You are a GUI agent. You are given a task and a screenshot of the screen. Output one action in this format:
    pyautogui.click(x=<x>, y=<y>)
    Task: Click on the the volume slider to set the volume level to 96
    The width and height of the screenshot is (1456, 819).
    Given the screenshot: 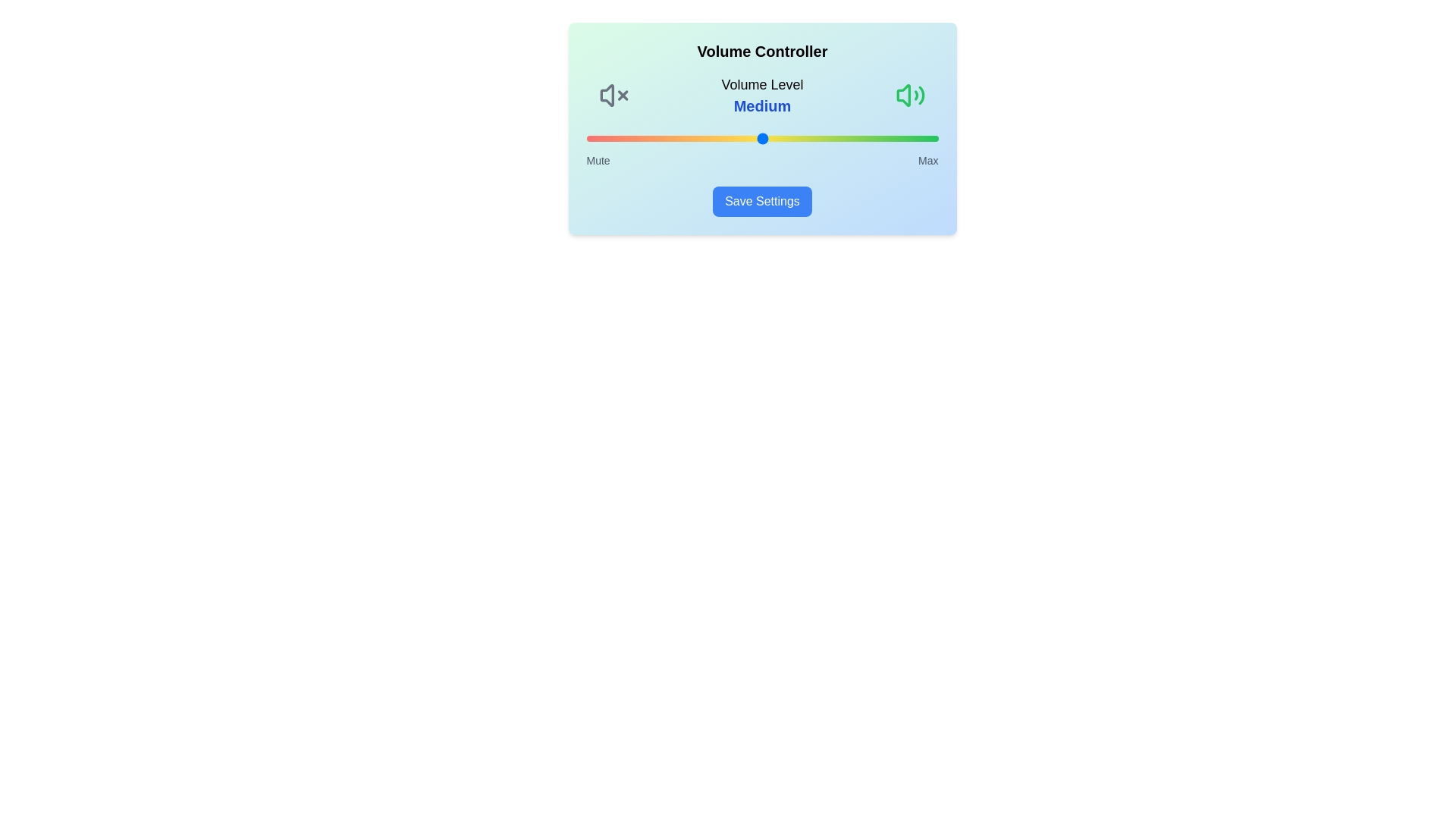 What is the action you would take?
    pyautogui.click(x=924, y=138)
    